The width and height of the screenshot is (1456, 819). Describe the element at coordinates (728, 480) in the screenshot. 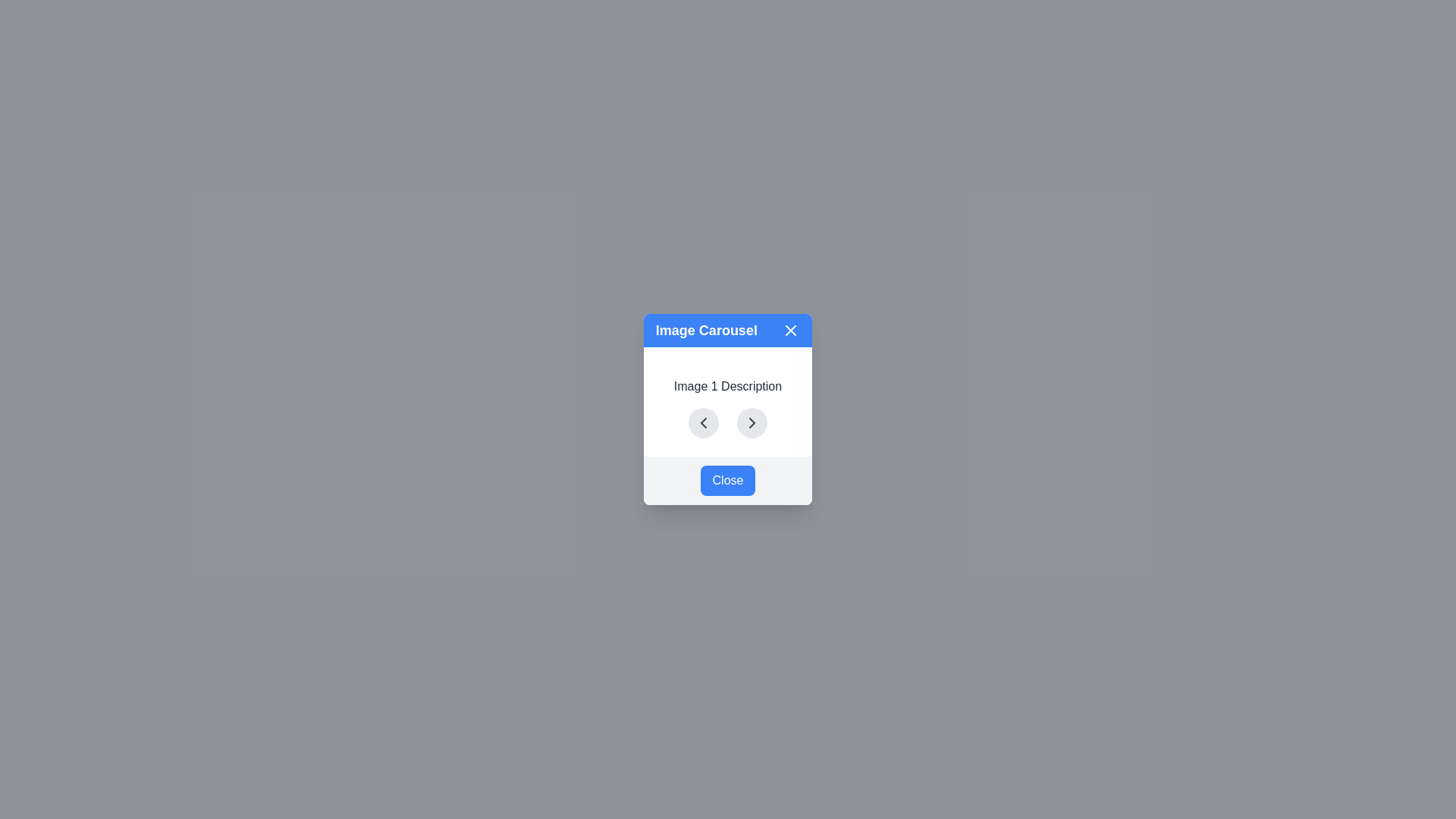

I see `the close button located at the bottom center of the 'Image Carousel' modal dialog` at that location.